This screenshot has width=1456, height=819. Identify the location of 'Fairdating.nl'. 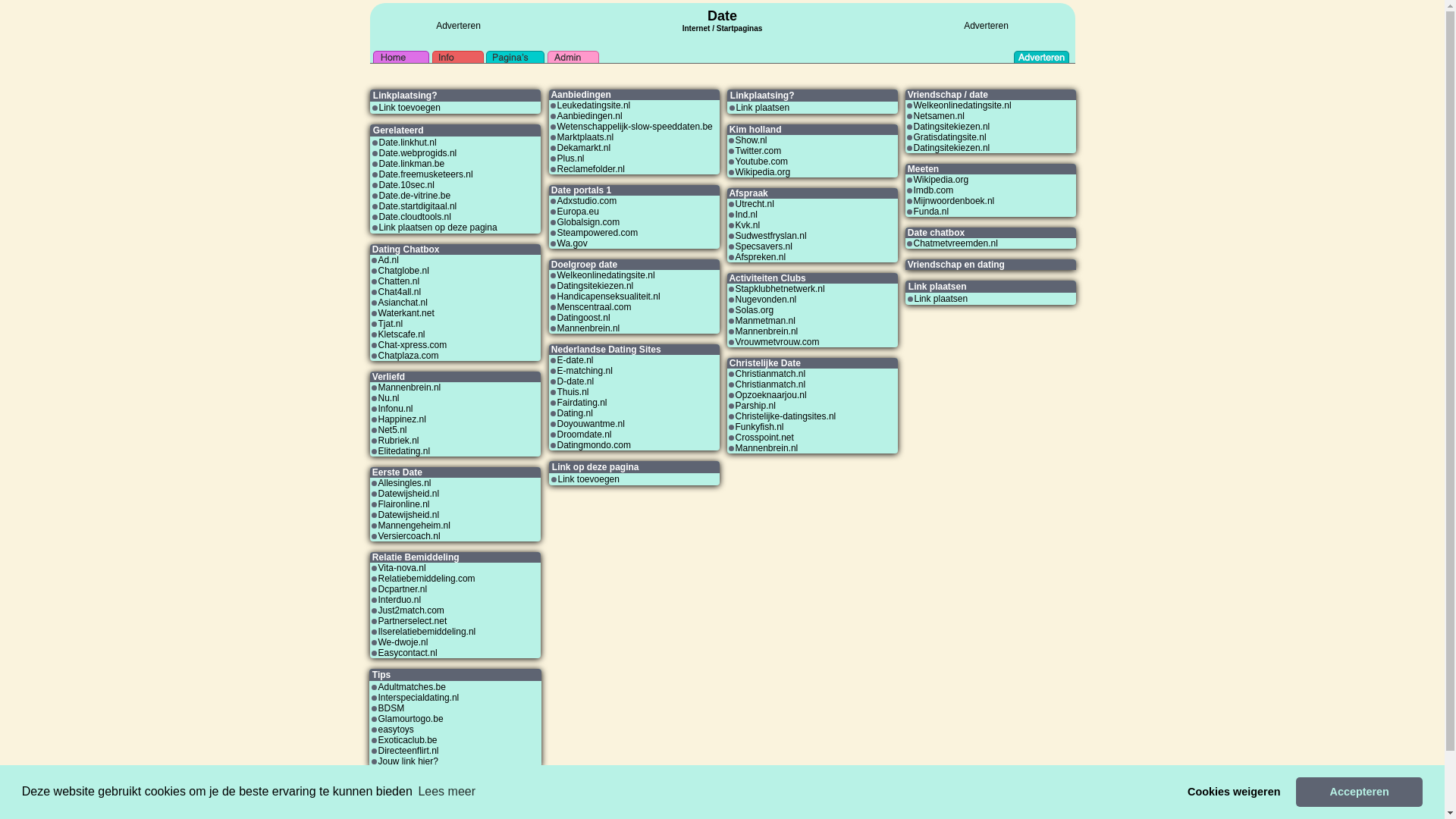
(581, 402).